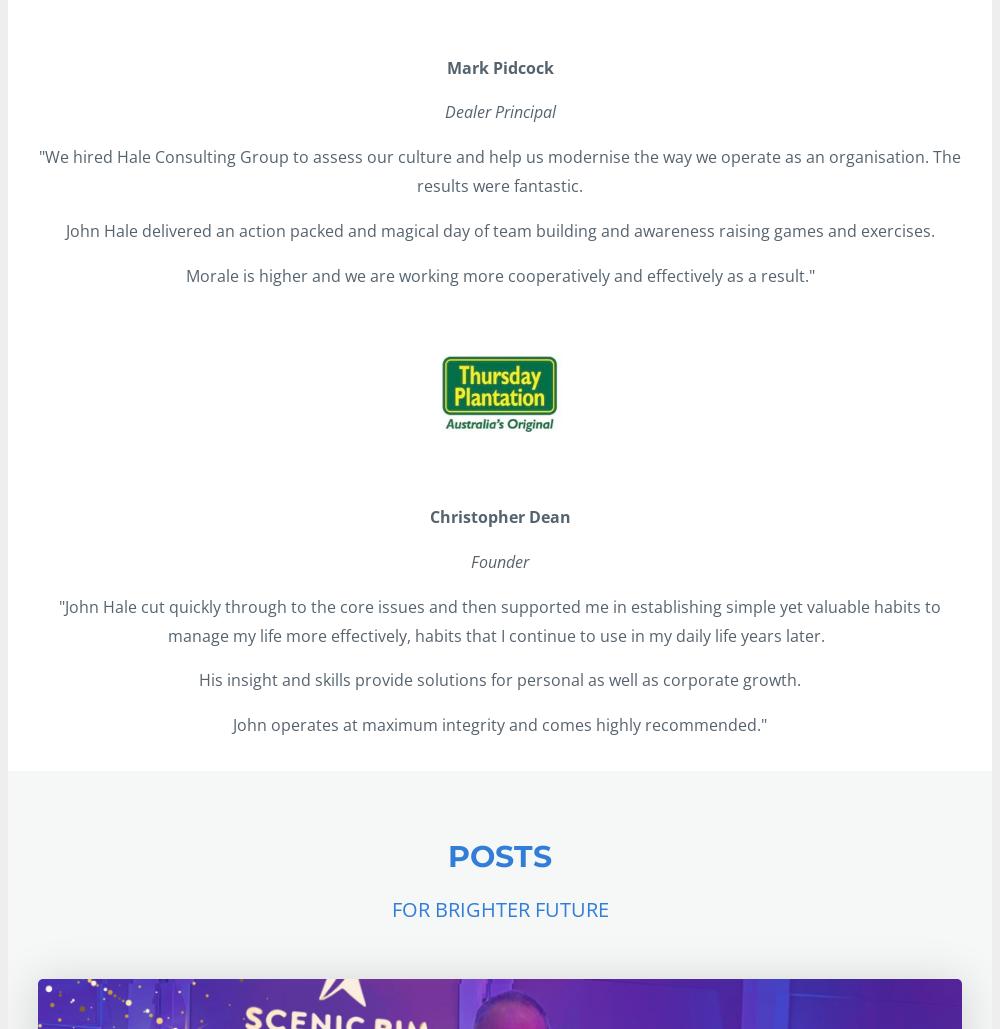 The image size is (1000, 1029). Describe the element at coordinates (498, 515) in the screenshot. I see `'Christopher Dean'` at that location.